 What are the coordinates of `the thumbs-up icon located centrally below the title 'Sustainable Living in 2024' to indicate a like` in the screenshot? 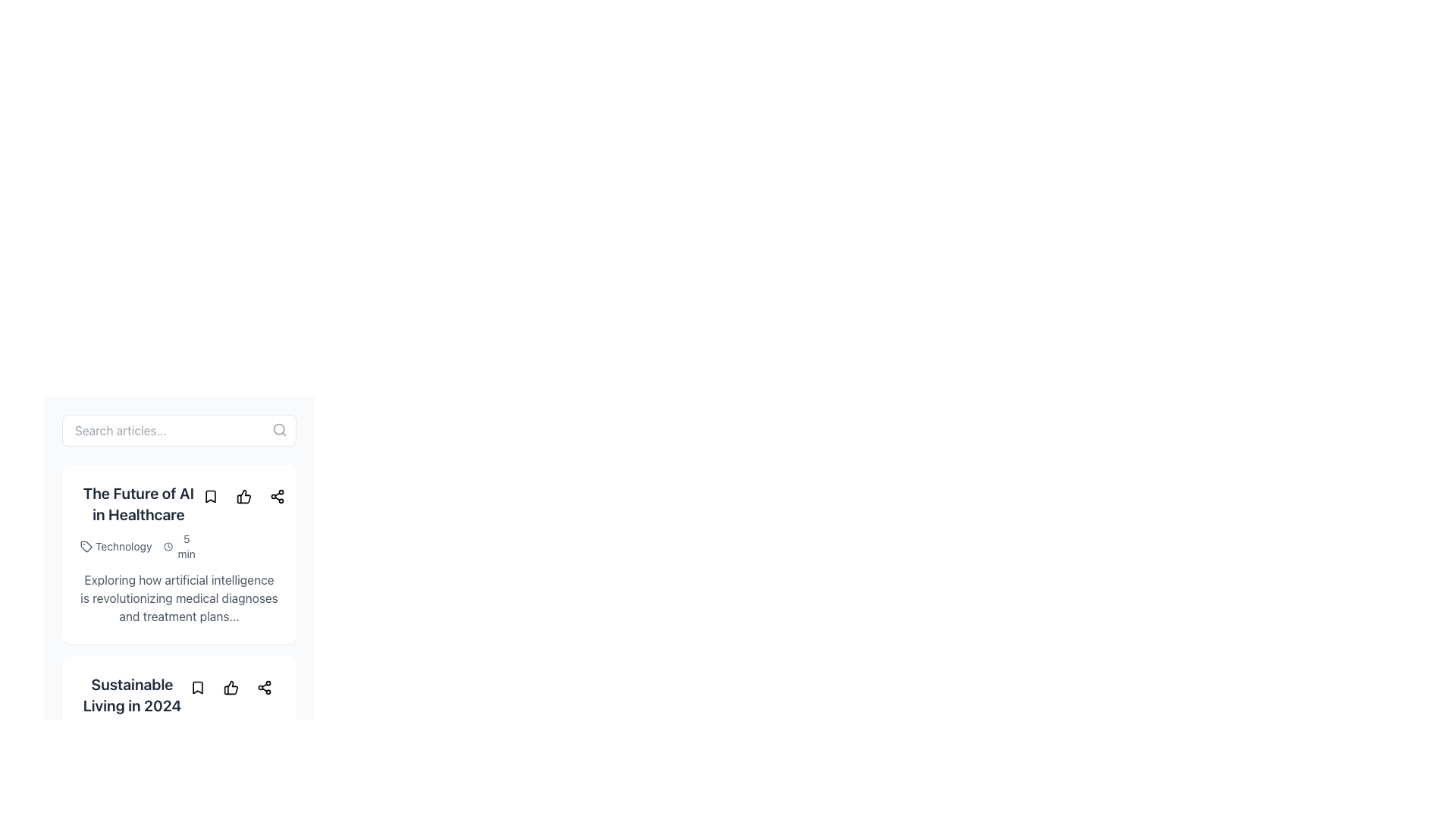 It's located at (231, 687).